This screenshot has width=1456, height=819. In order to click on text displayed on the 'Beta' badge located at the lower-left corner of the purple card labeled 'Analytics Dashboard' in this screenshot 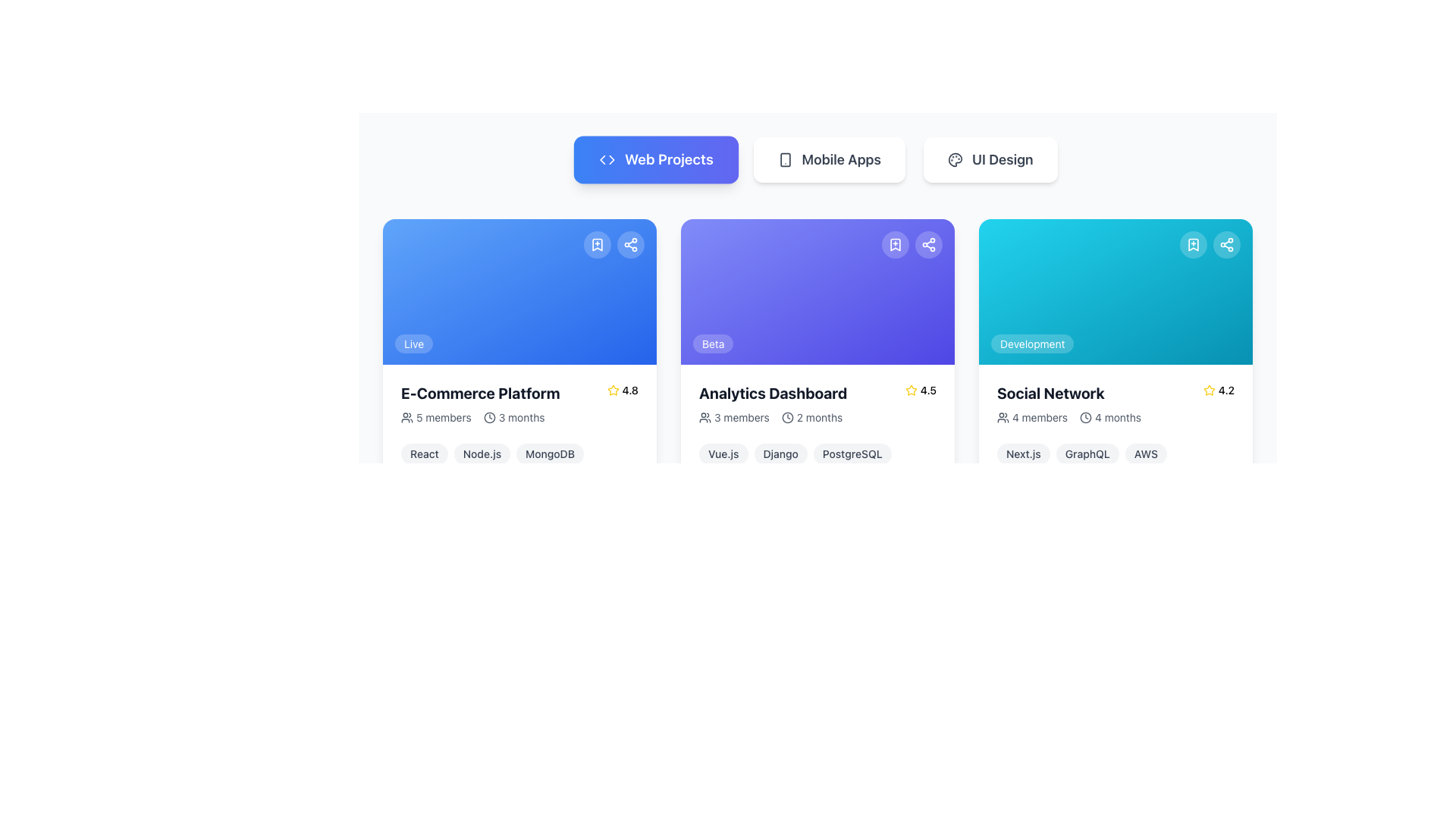, I will do `click(712, 343)`.